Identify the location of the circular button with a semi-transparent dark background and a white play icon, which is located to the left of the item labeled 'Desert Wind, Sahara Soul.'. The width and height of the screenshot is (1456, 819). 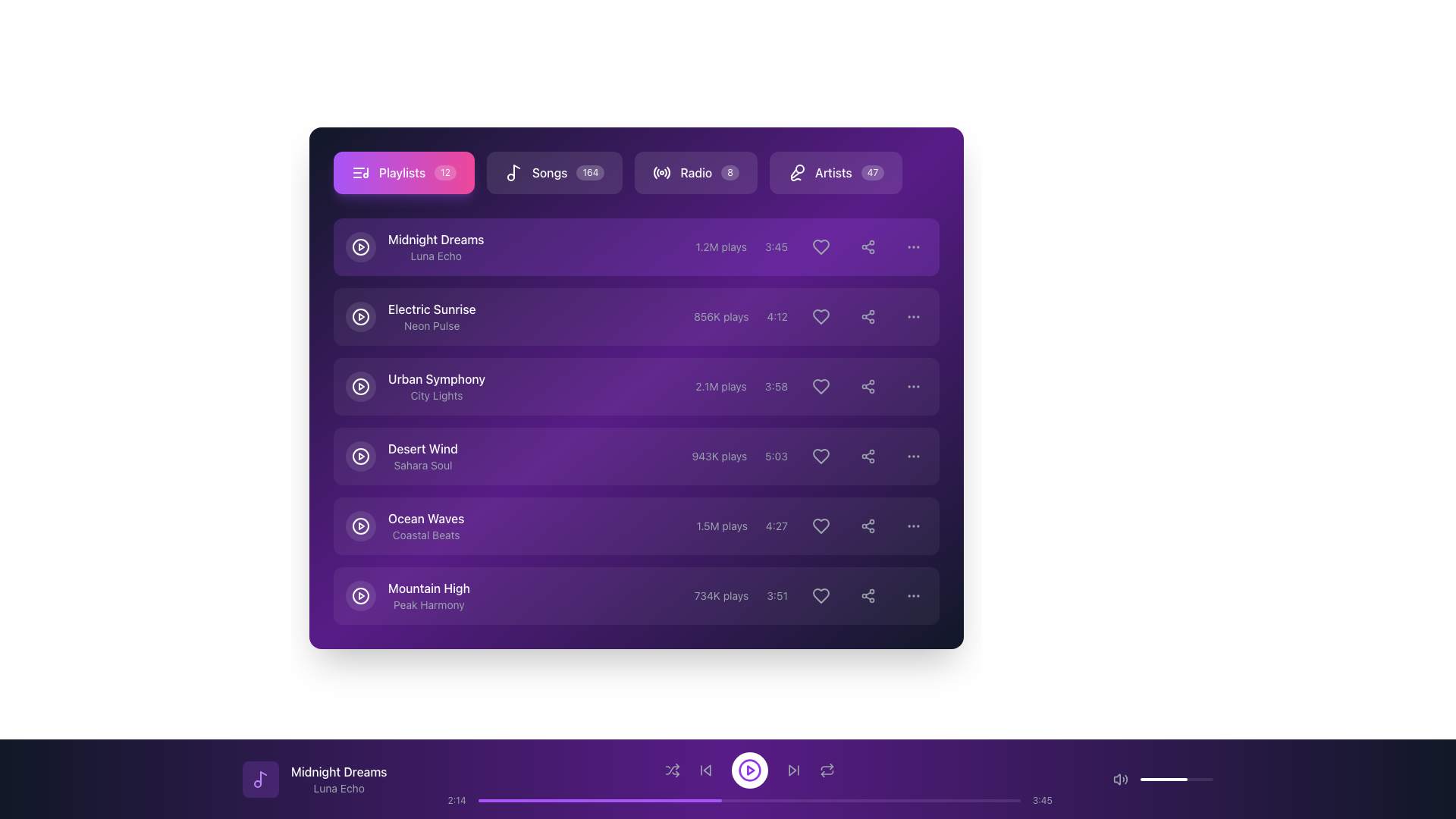
(359, 455).